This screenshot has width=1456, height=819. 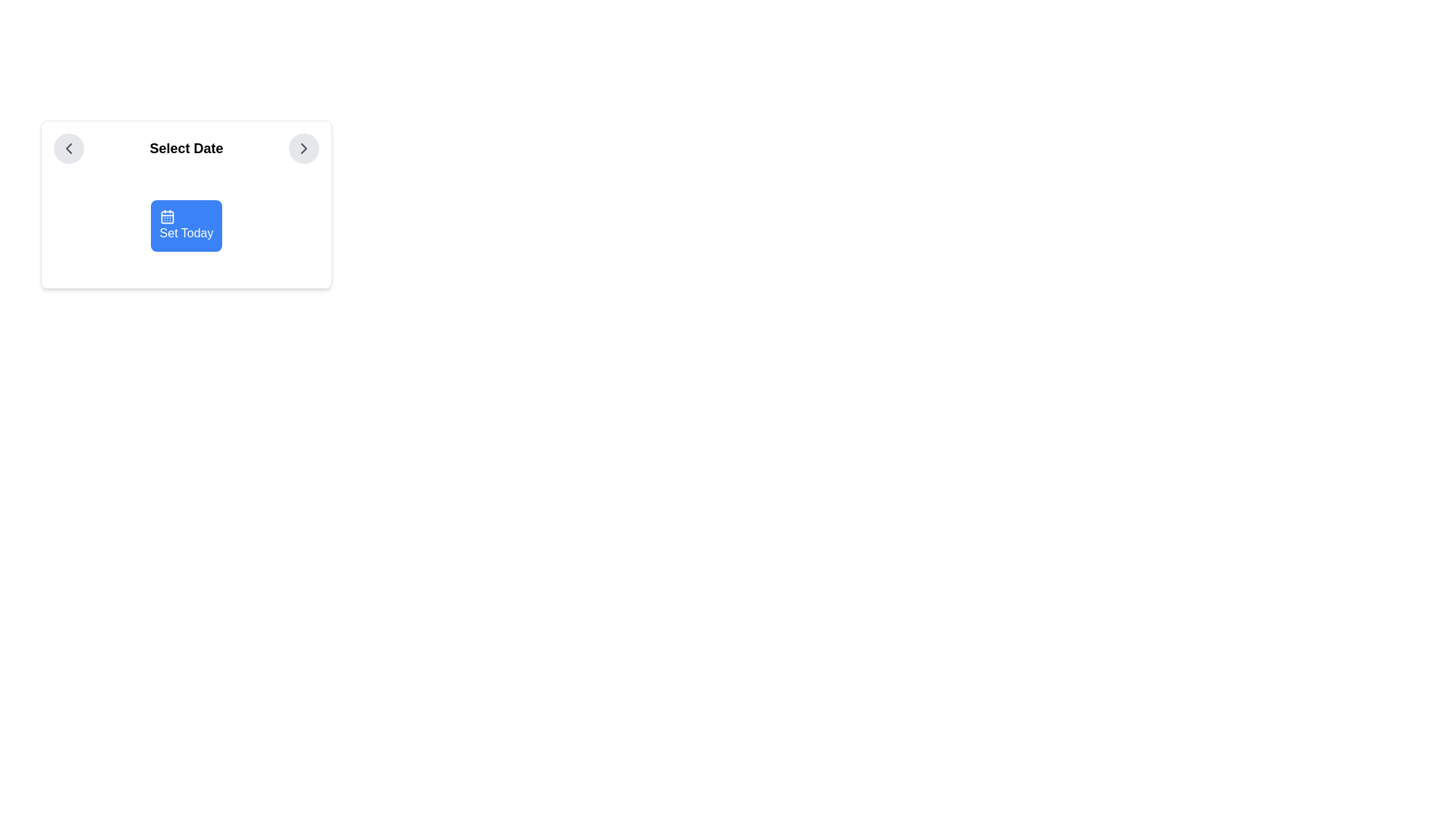 What do you see at coordinates (185, 205) in the screenshot?
I see `the button that sets the date to the current day, located below the 'Select Date' text` at bounding box center [185, 205].